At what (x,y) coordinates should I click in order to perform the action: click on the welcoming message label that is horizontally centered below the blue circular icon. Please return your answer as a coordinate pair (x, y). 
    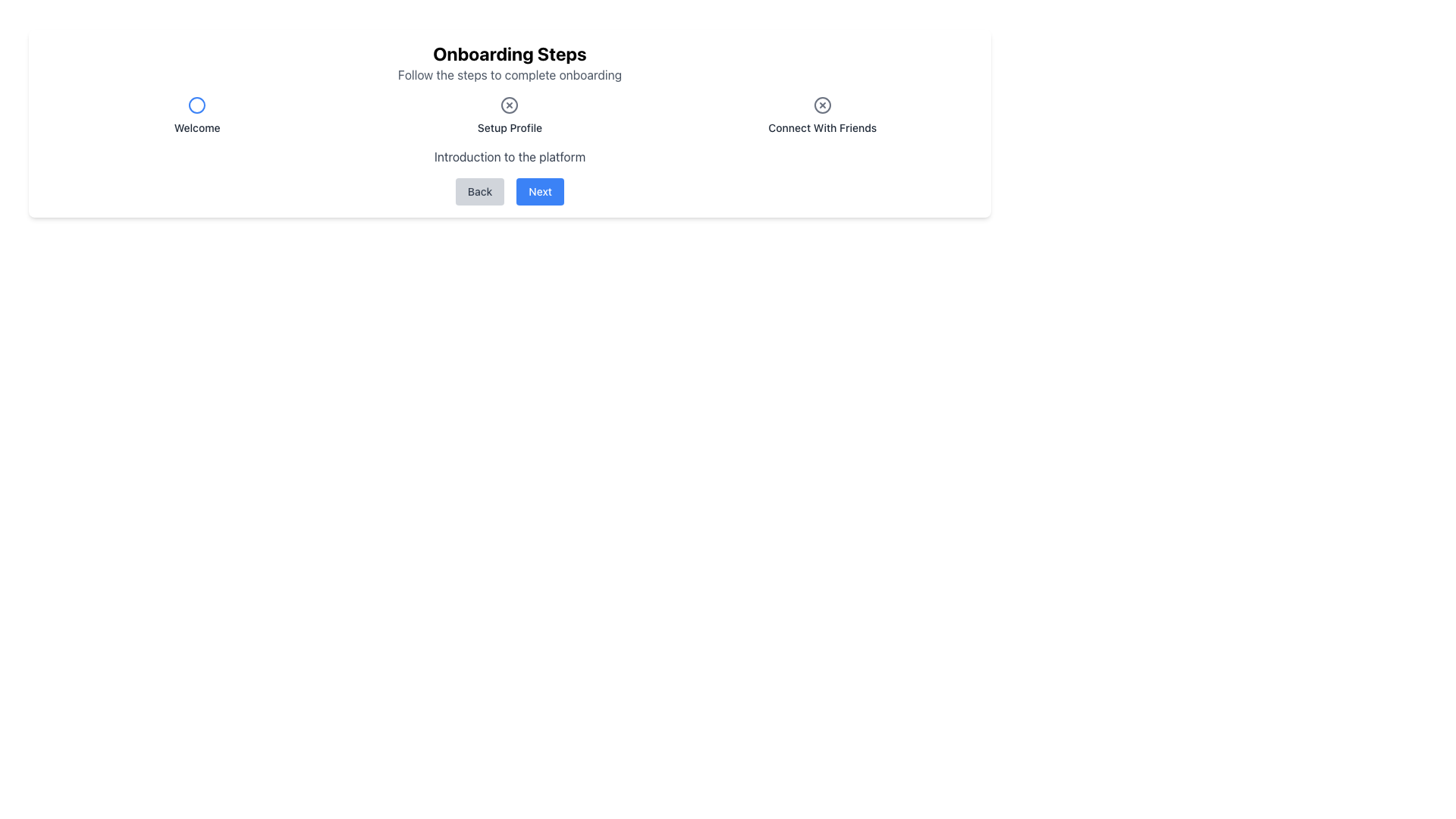
    Looking at the image, I should click on (196, 127).